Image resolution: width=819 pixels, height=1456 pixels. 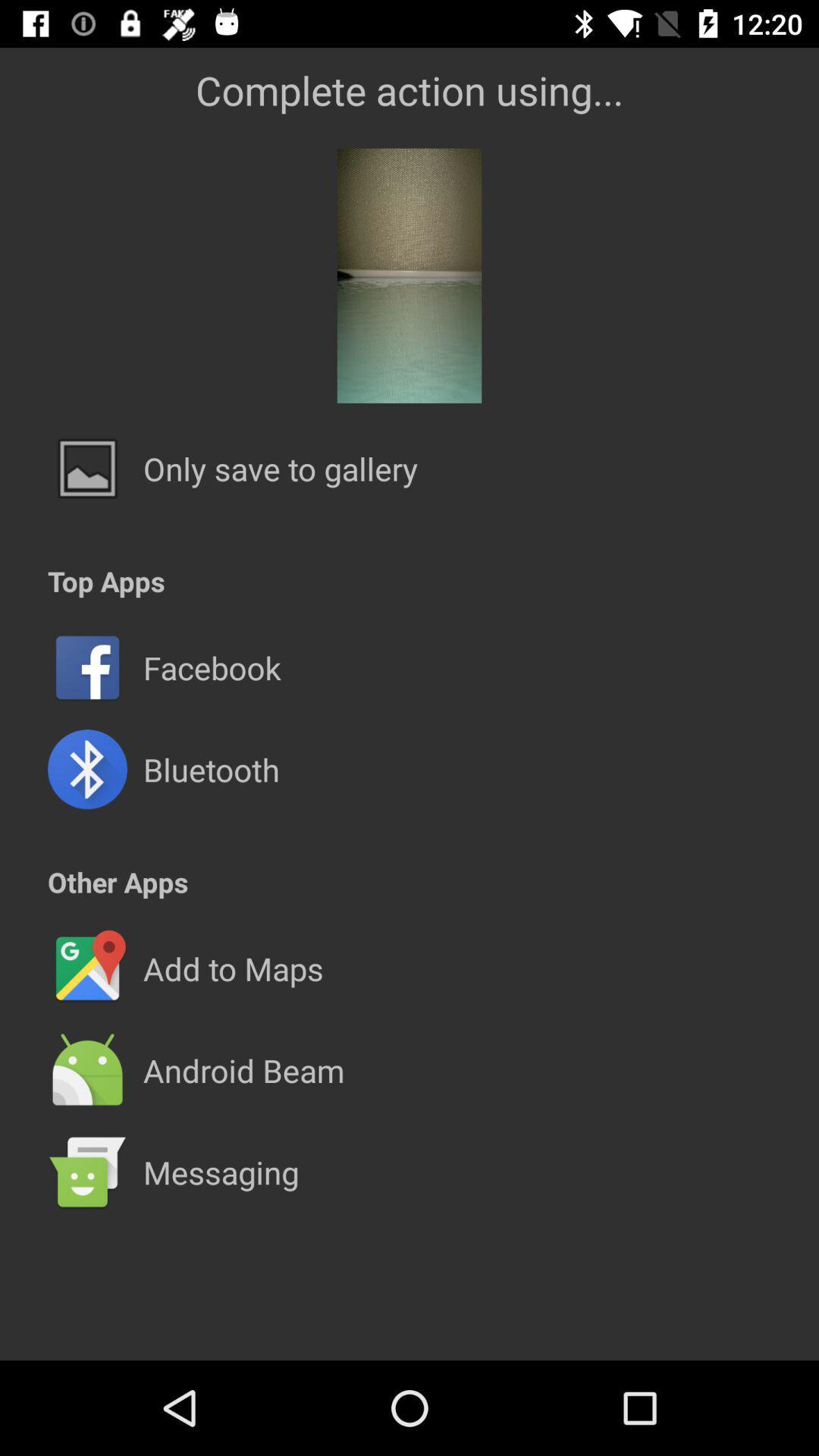 What do you see at coordinates (409, 917) in the screenshot?
I see `item below other apps item` at bounding box center [409, 917].